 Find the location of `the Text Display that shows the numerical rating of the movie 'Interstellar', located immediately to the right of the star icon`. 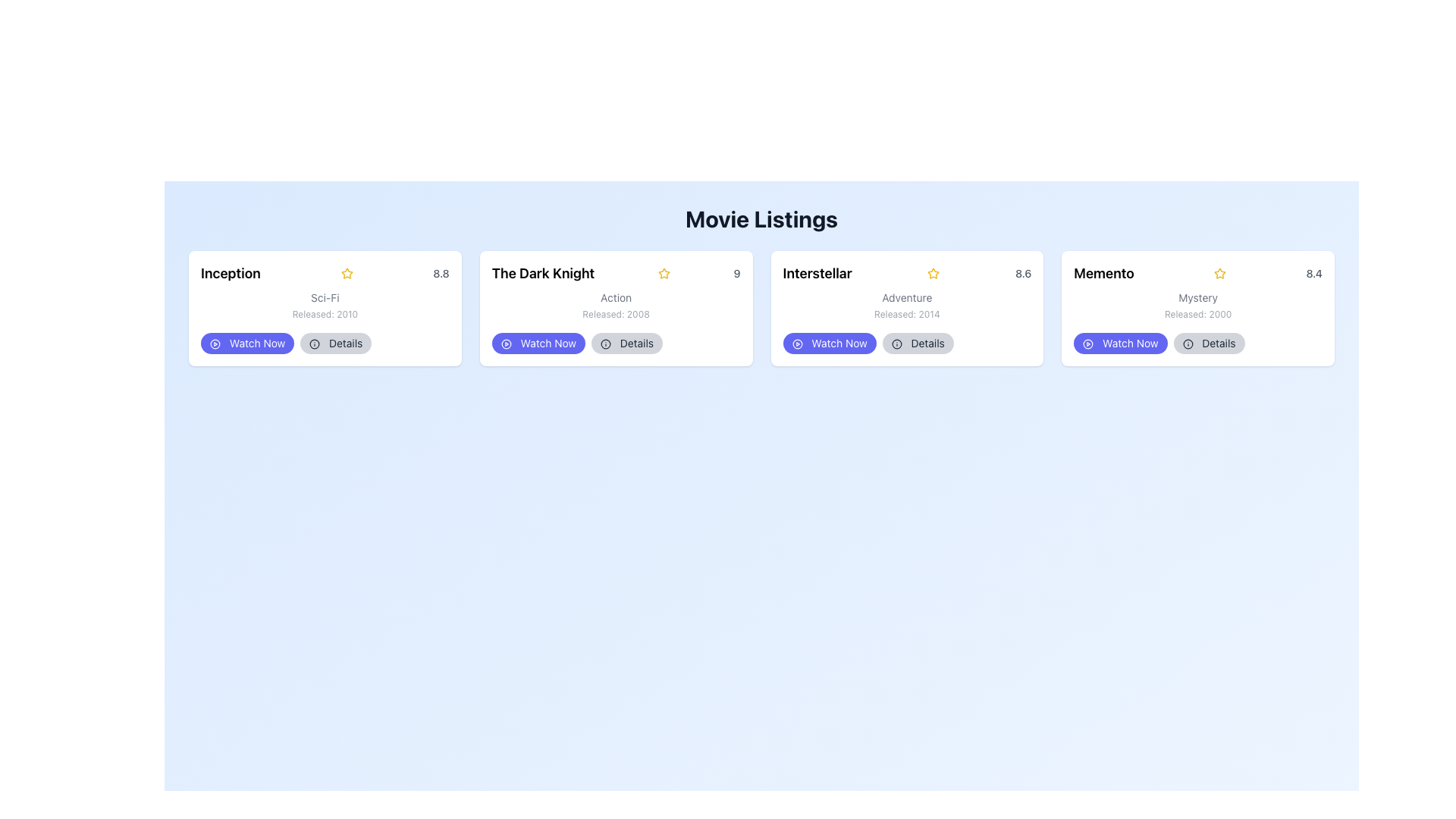

the Text Display that shows the numerical rating of the movie 'Interstellar', located immediately to the right of the star icon is located at coordinates (1023, 274).